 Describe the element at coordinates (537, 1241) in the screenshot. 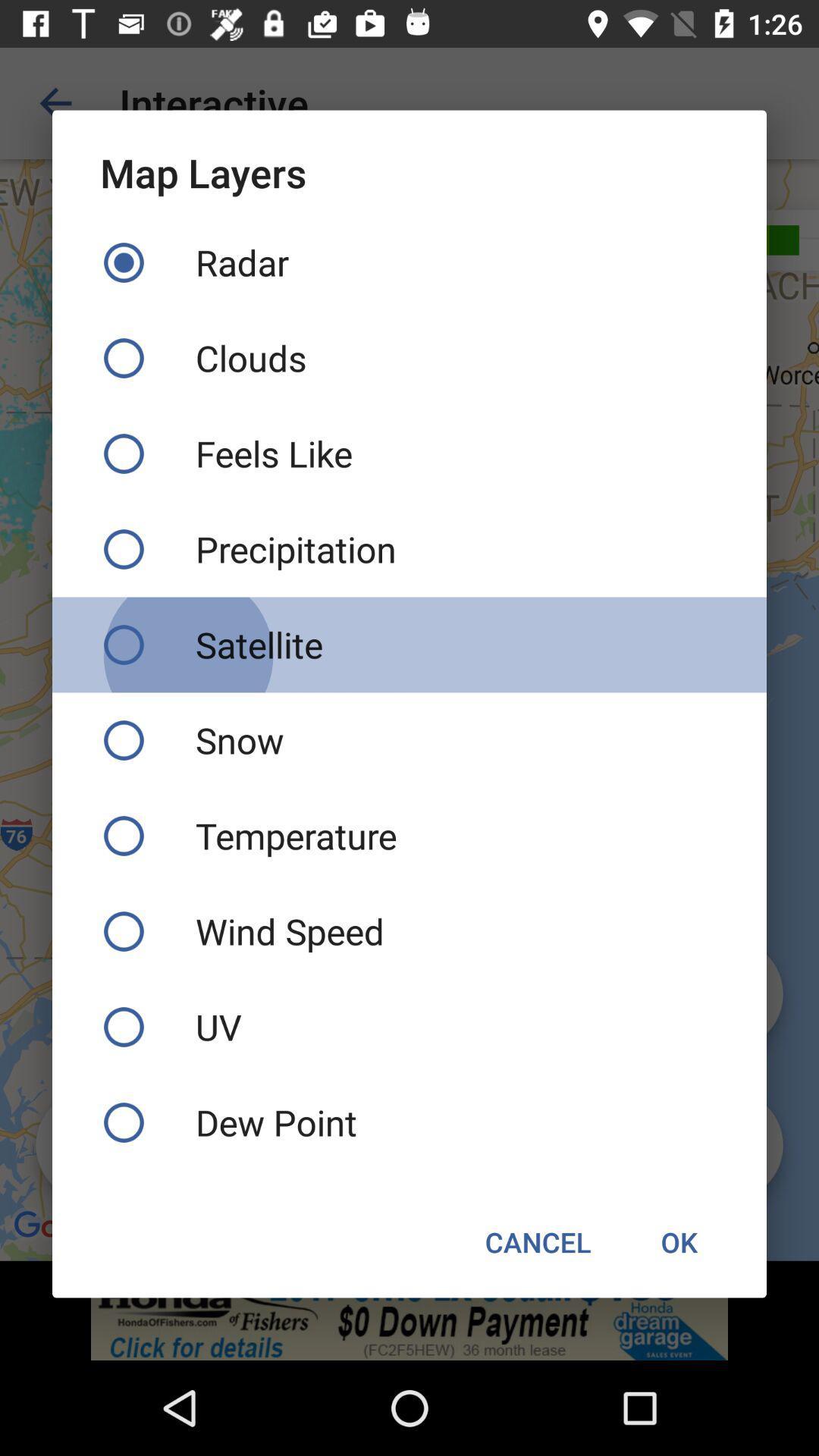

I see `item next to the ok` at that location.